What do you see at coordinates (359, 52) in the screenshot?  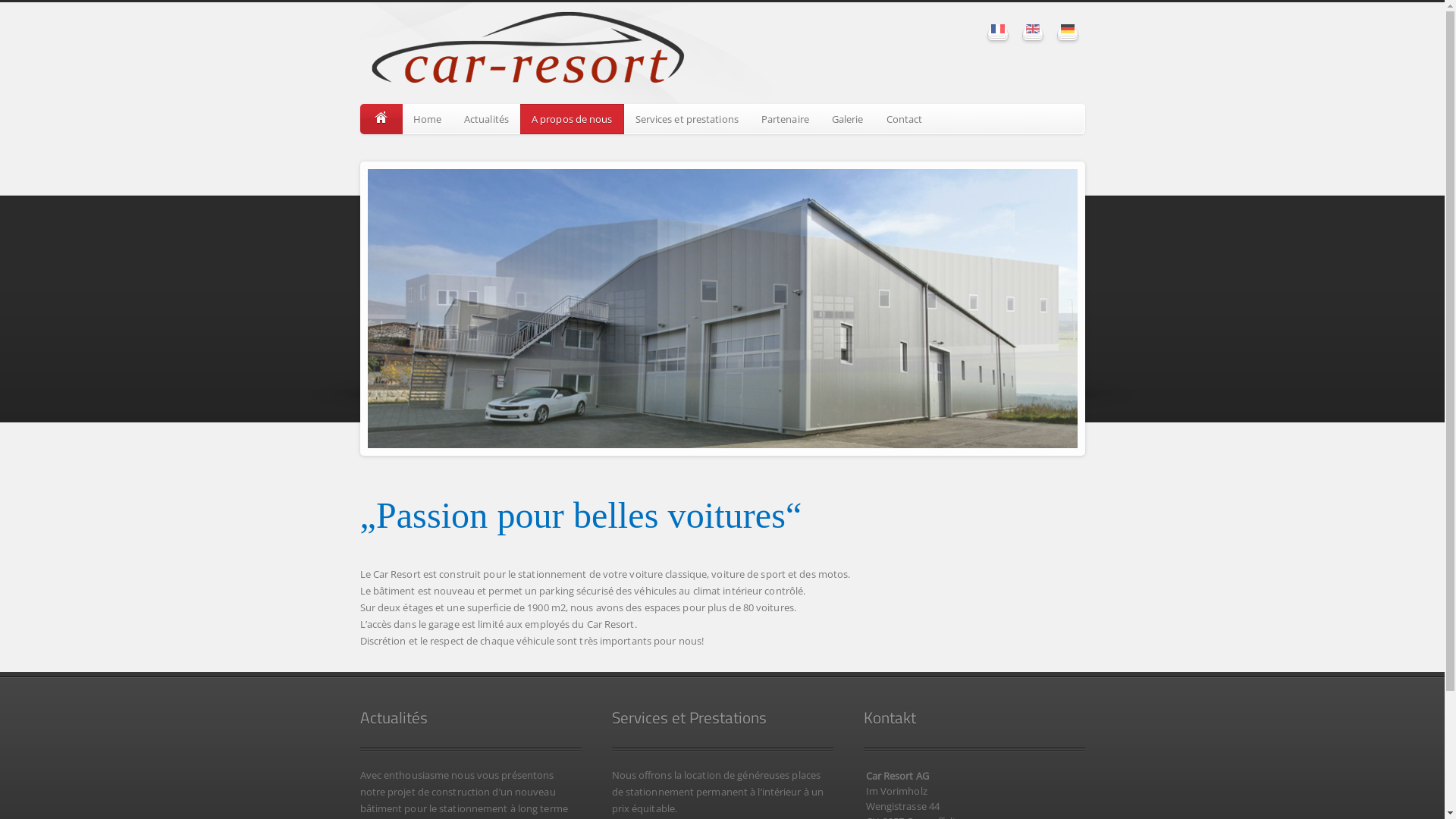 I see `'Car Resort AG'` at bounding box center [359, 52].